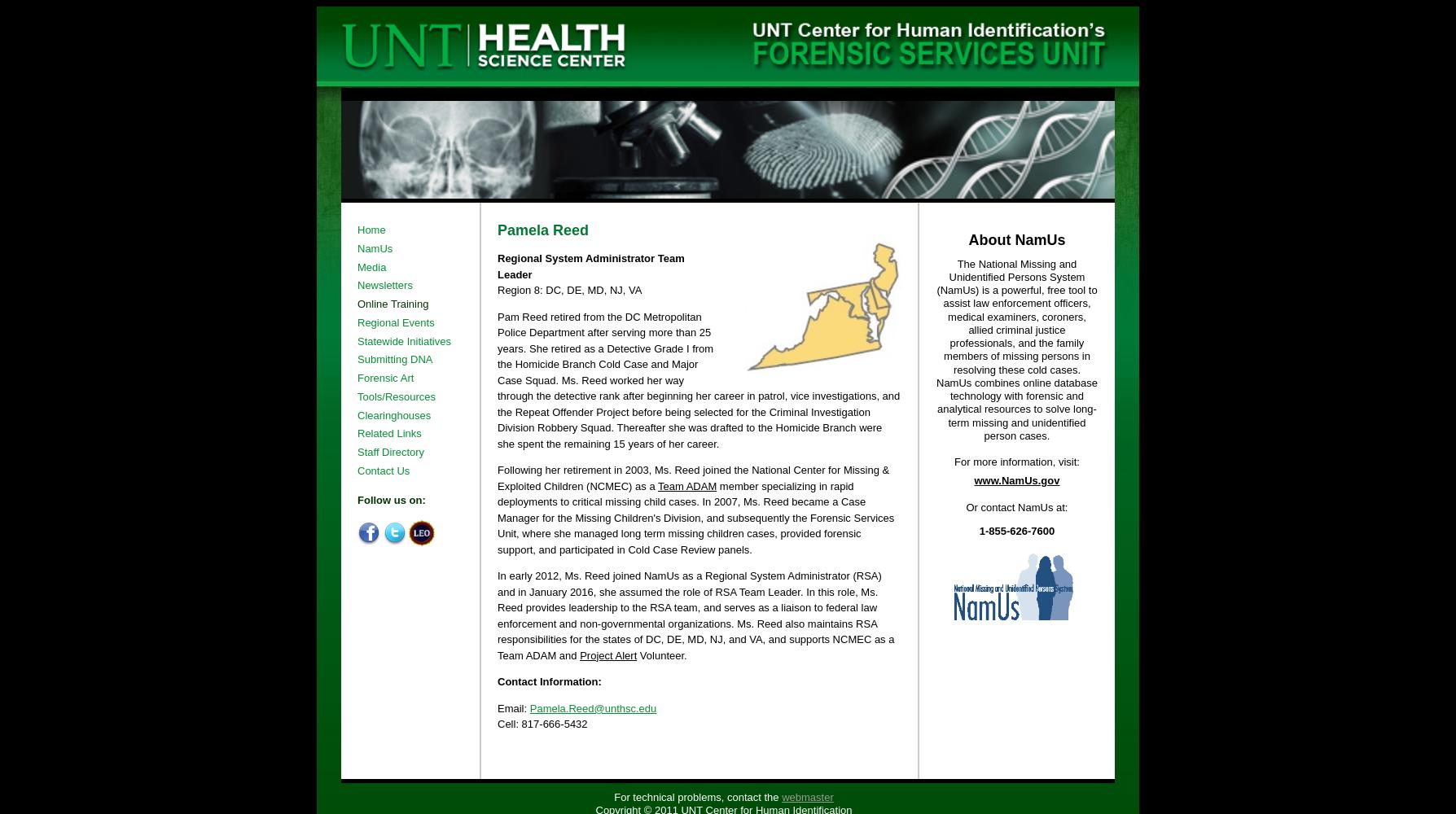  Describe the element at coordinates (1015, 349) in the screenshot. I see `'The National Missing and Unidentified Persons System (NamUs) is a powerful, free tool to assist law enforcement officers, medical examiners, coroners, allied criminal justice professionals, and the family members of missing persons in resolving these cold cases. NamUs combines online database technology with forensic and analytical resources to solve long-term missing and unidentified person cases.'` at that location.